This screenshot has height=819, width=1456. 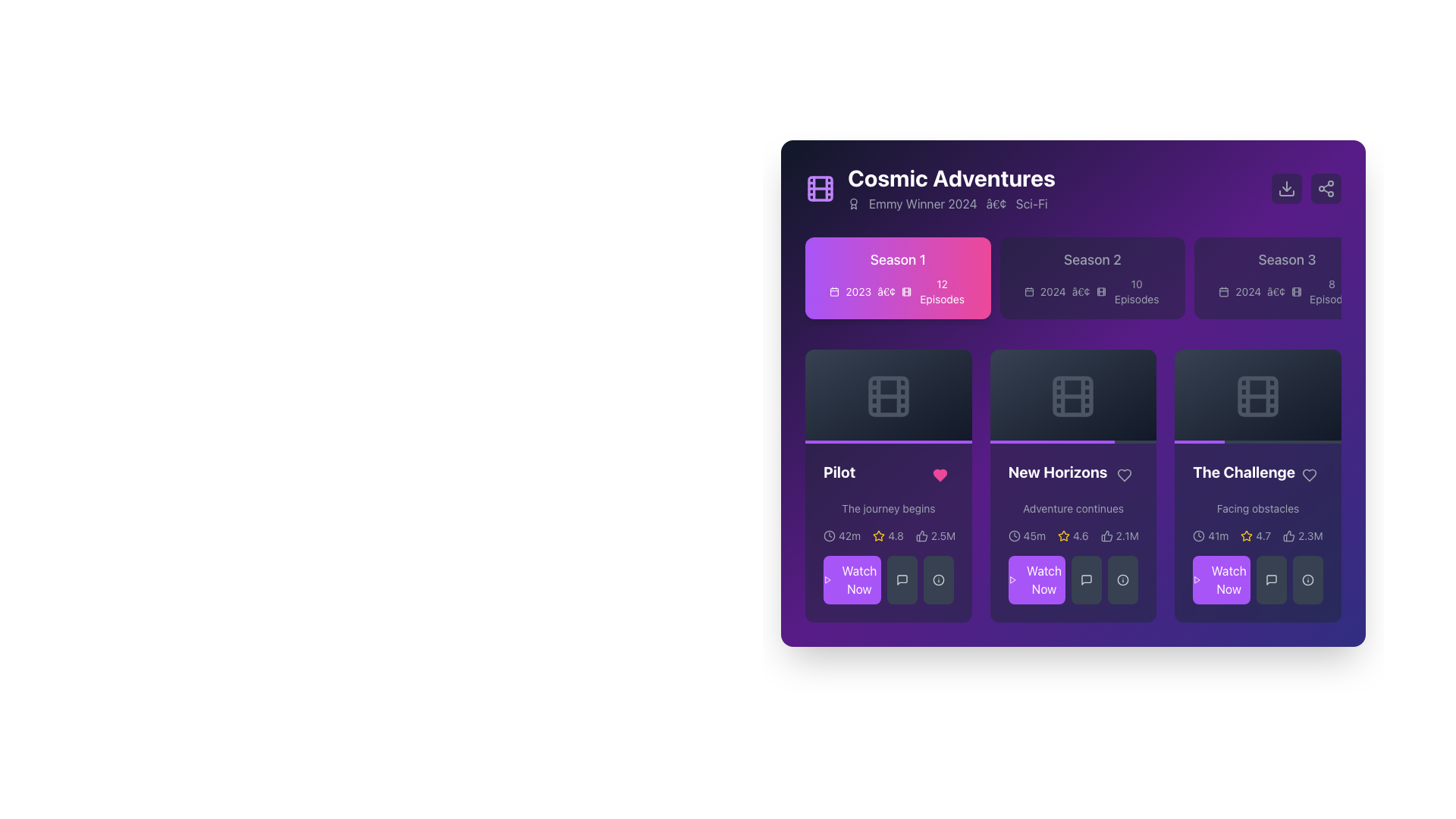 What do you see at coordinates (1092, 292) in the screenshot?
I see `the associated iconography for the text snippet '2024 • 10 Episodes' located below the title 'Season 2' in the center of the card for 'Season 2'` at bounding box center [1092, 292].